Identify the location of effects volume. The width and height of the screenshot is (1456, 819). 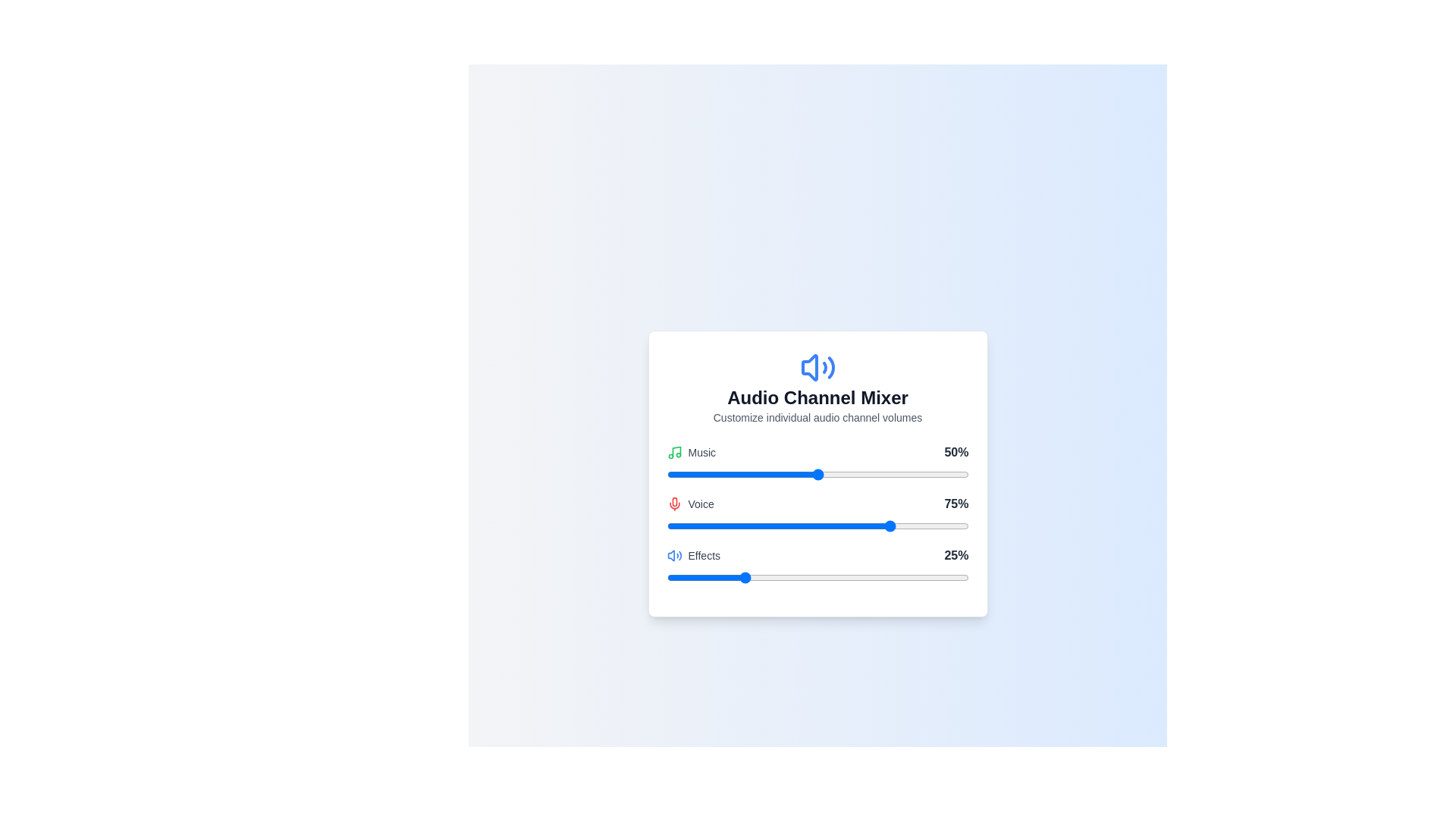
(711, 578).